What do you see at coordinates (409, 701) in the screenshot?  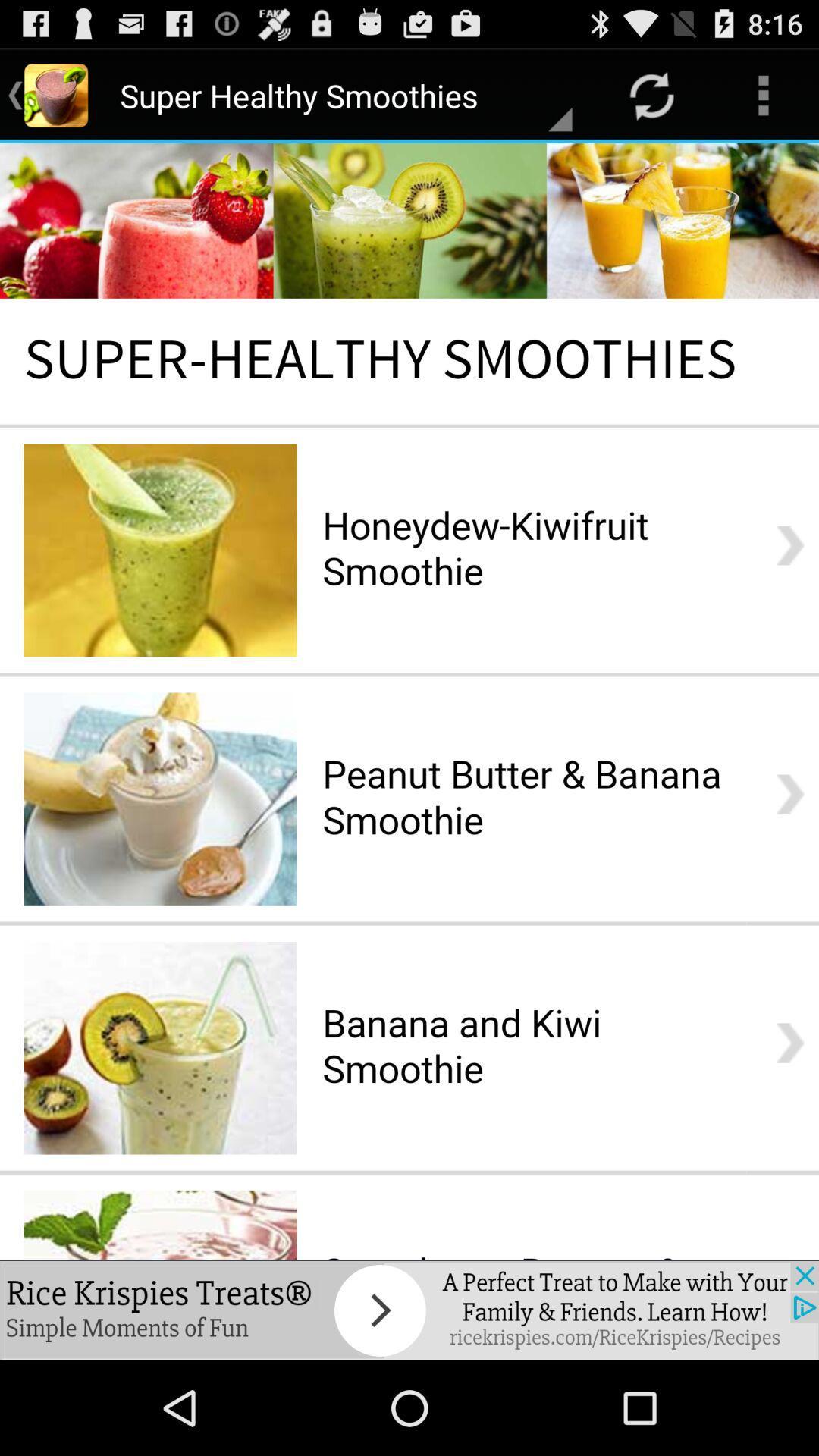 I see `front end` at bounding box center [409, 701].